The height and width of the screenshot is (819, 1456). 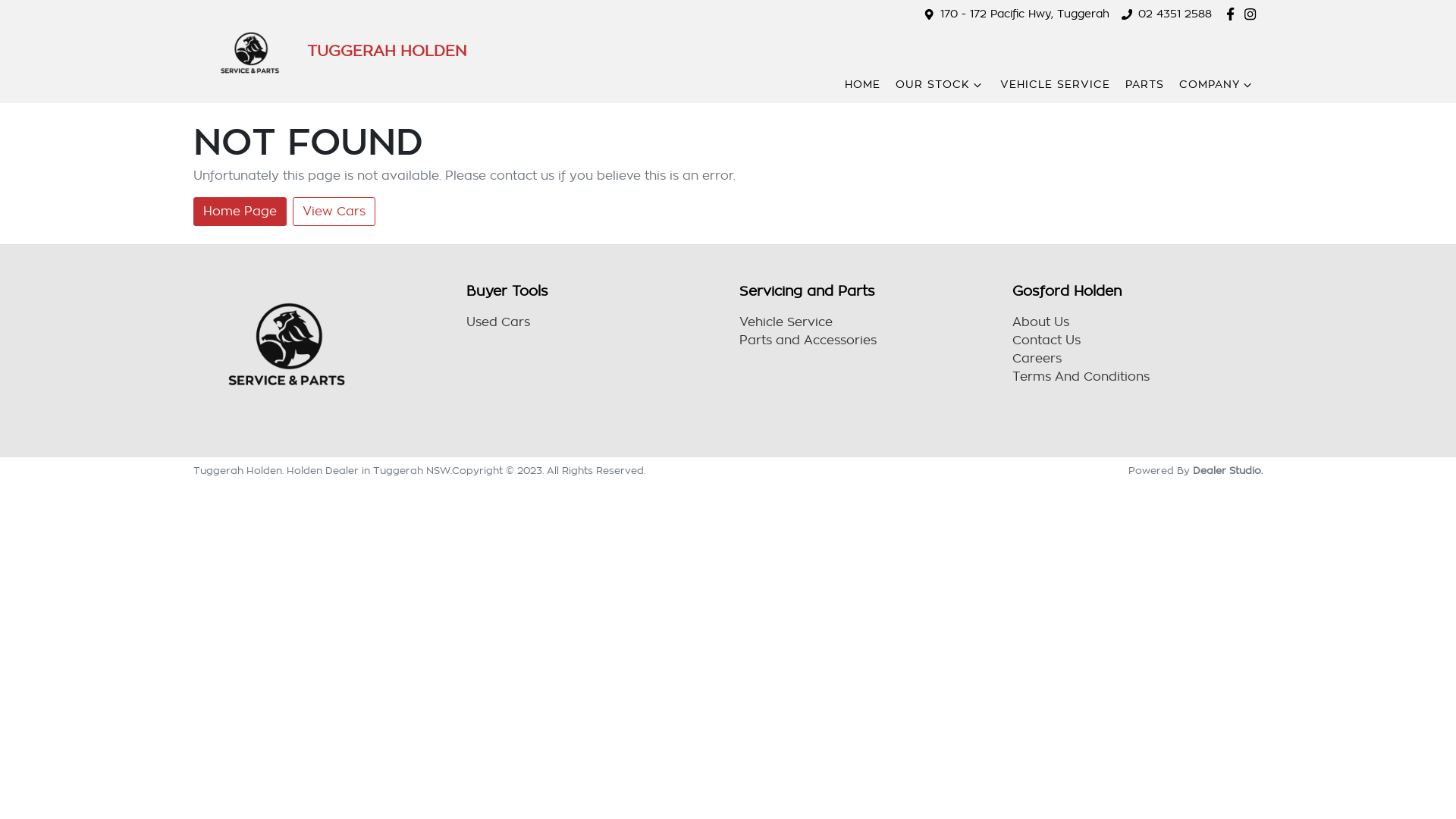 What do you see at coordinates (333, 211) in the screenshot?
I see `'View Cars'` at bounding box center [333, 211].